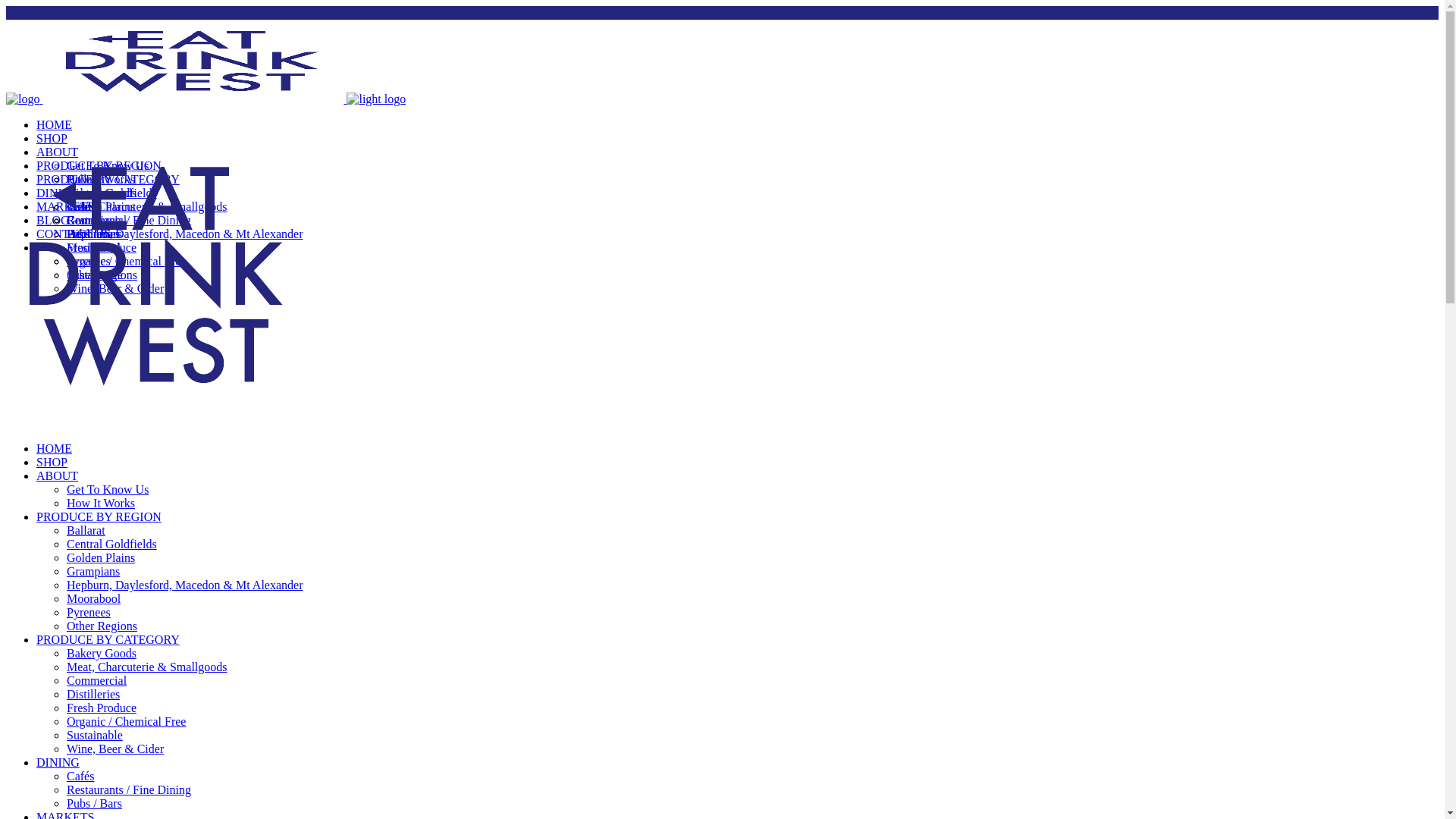  I want to click on 'PRODUCE BY REGION', so click(98, 165).